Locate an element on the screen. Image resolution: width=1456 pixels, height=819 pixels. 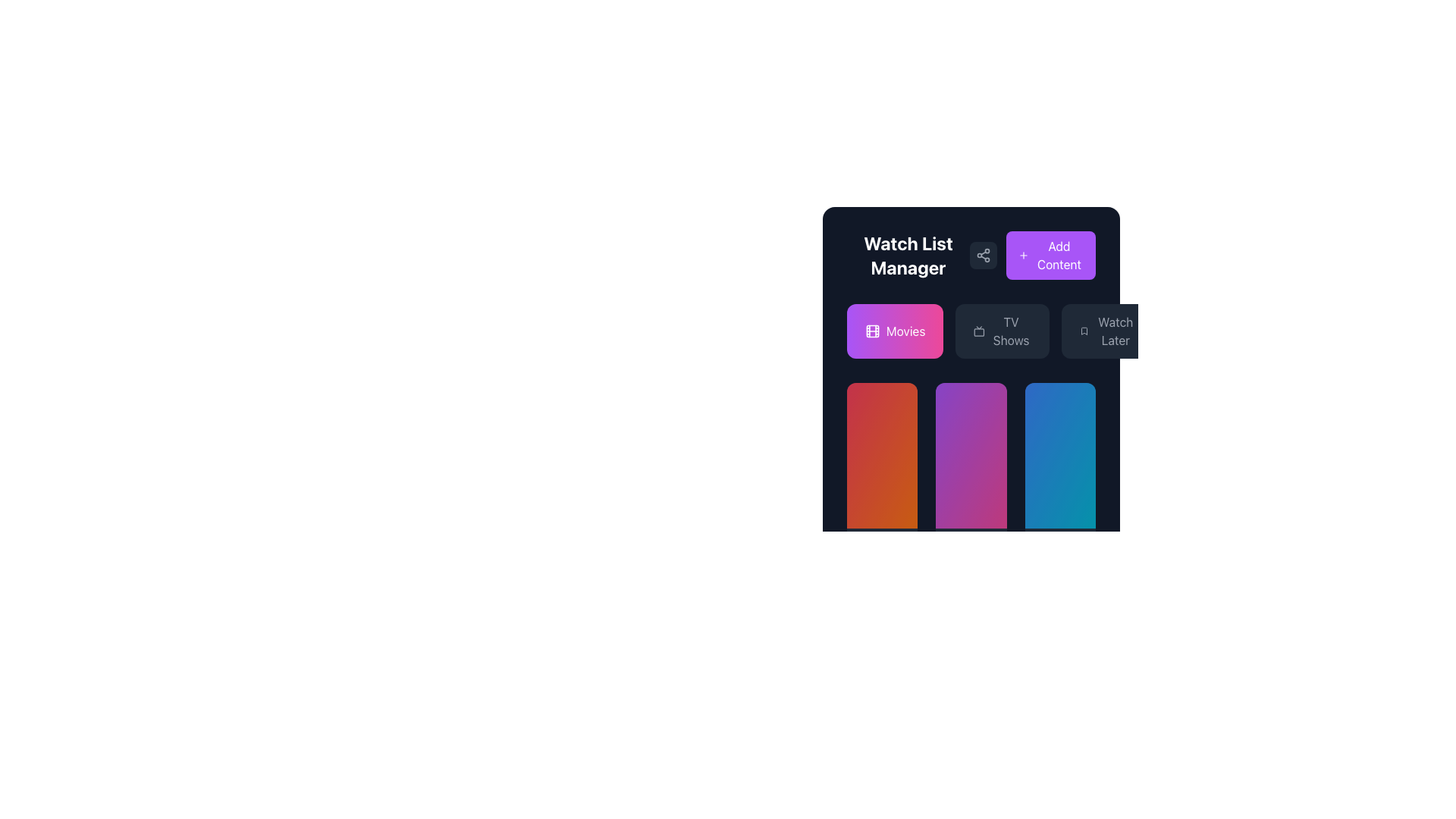
the filmstrip icon graphic element located in the upper-middle section of the application panel is located at coordinates (873, 330).